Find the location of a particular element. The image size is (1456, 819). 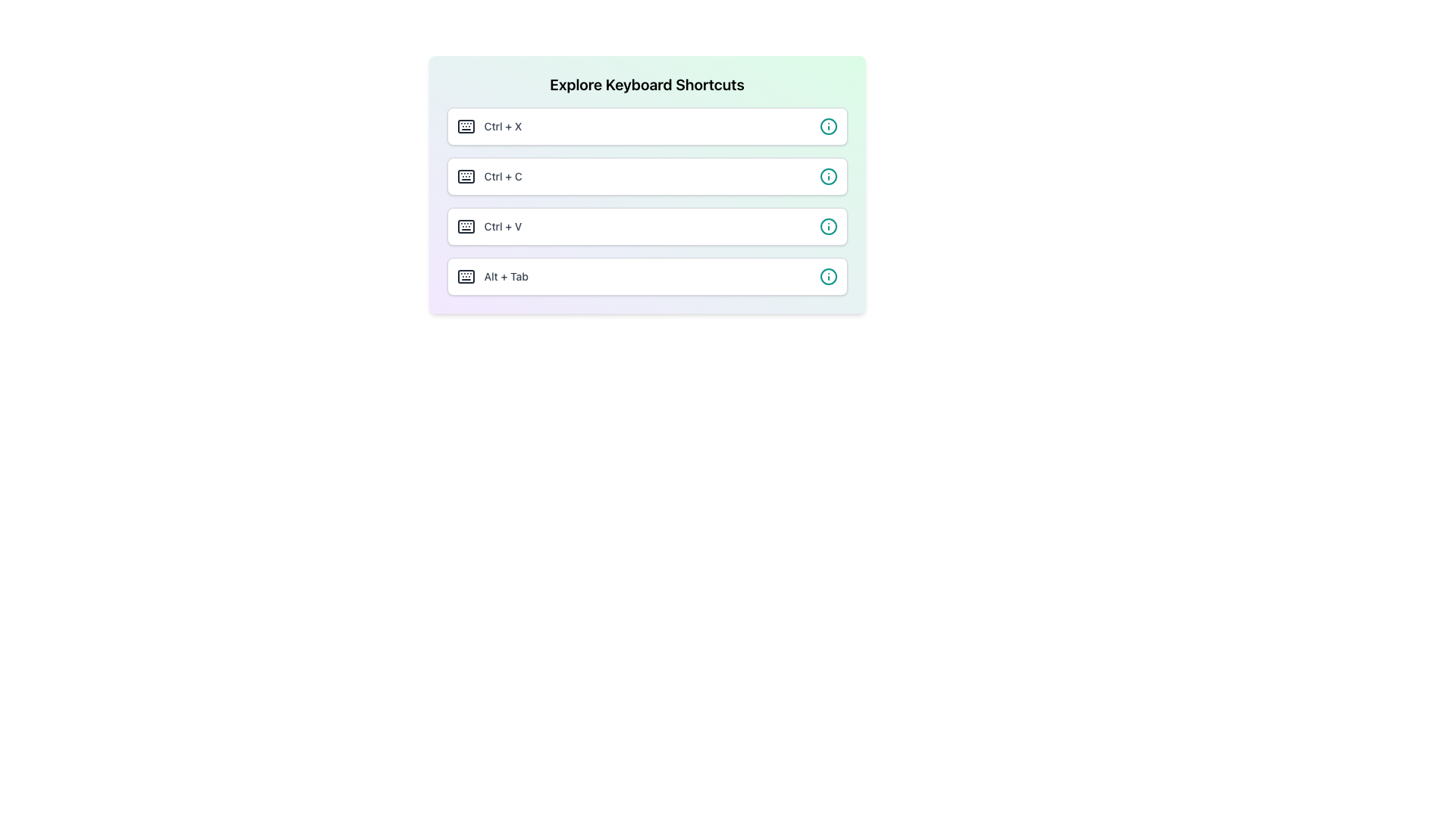

the appearance of the icon representing the 'Ctrl + V' keyboard shortcut, which is the leftmost component in the row with the text 'Ctrl + V' is located at coordinates (465, 227).